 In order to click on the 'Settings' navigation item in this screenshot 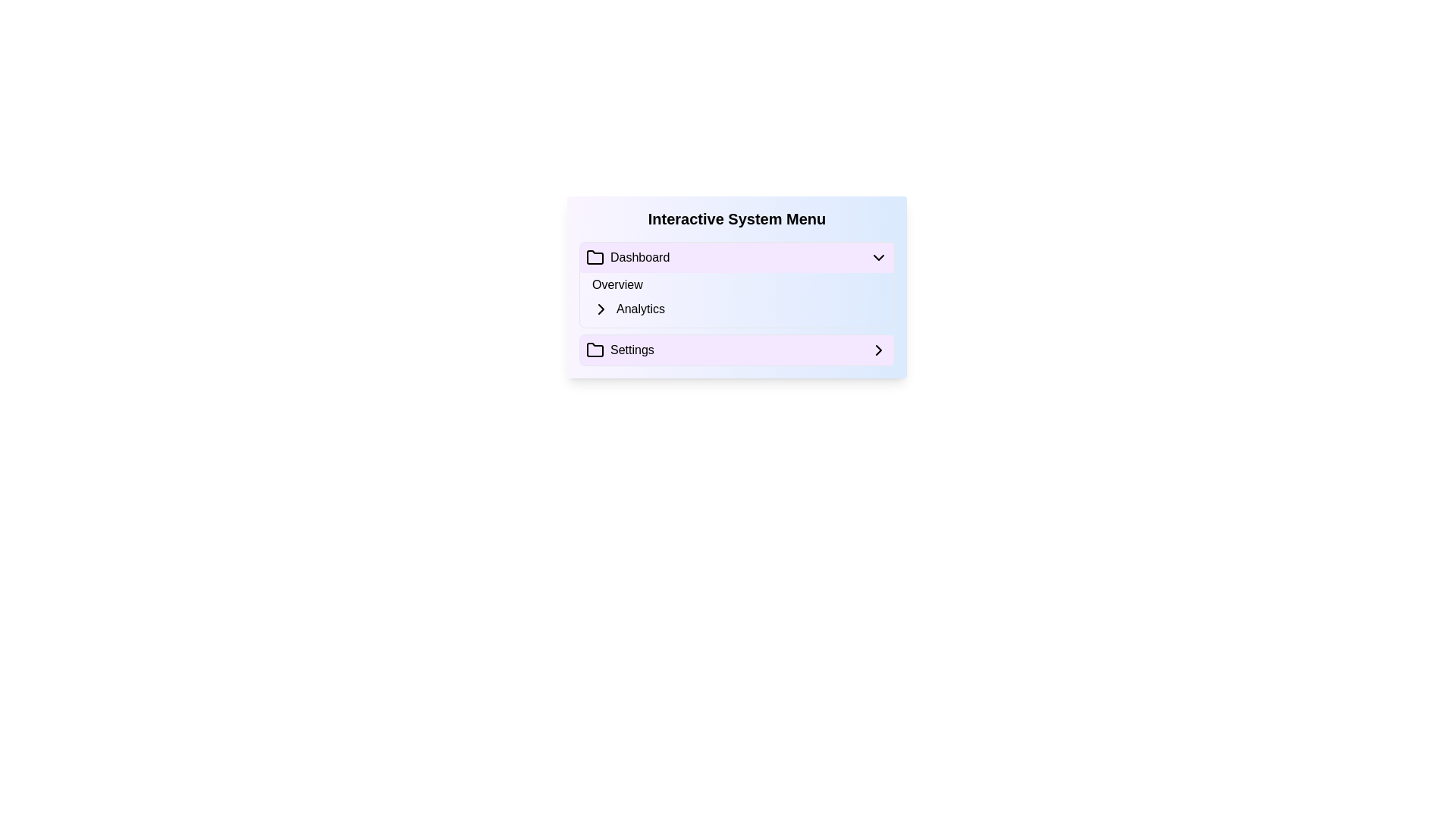, I will do `click(736, 350)`.